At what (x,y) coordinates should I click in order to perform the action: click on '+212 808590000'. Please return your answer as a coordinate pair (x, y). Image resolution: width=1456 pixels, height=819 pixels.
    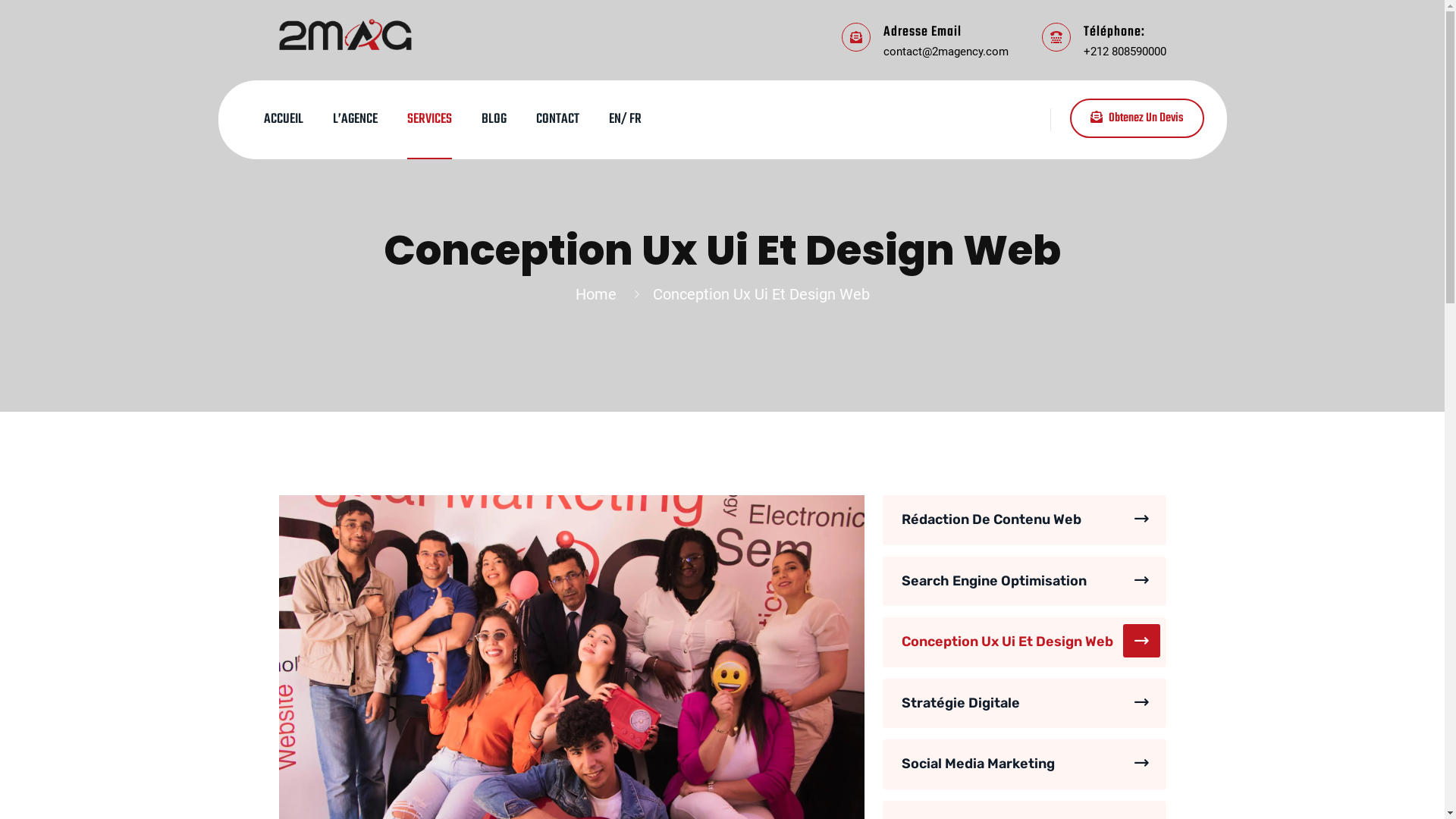
    Looking at the image, I should click on (1124, 49).